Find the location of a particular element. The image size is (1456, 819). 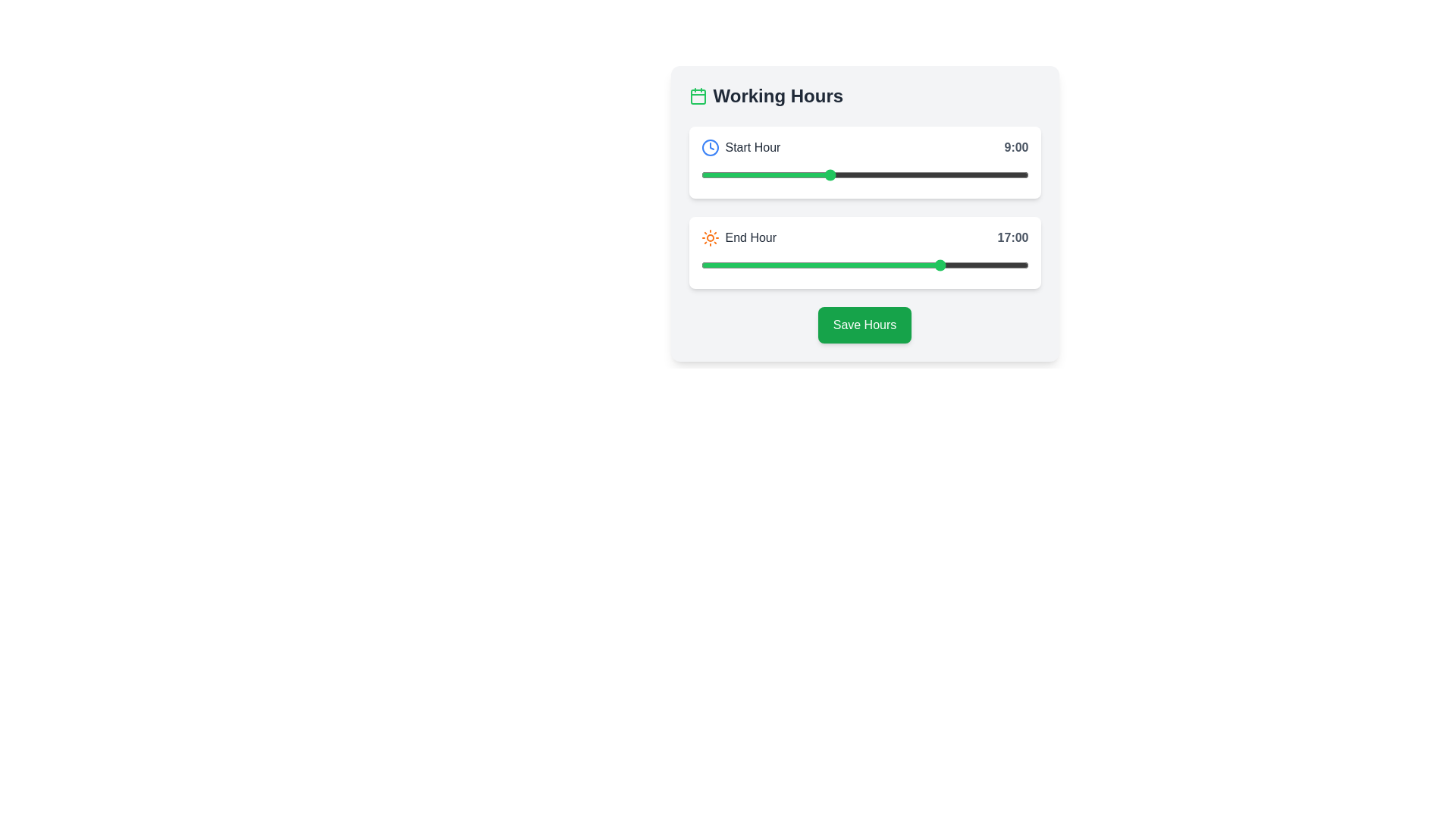

the start hour is located at coordinates (942, 174).